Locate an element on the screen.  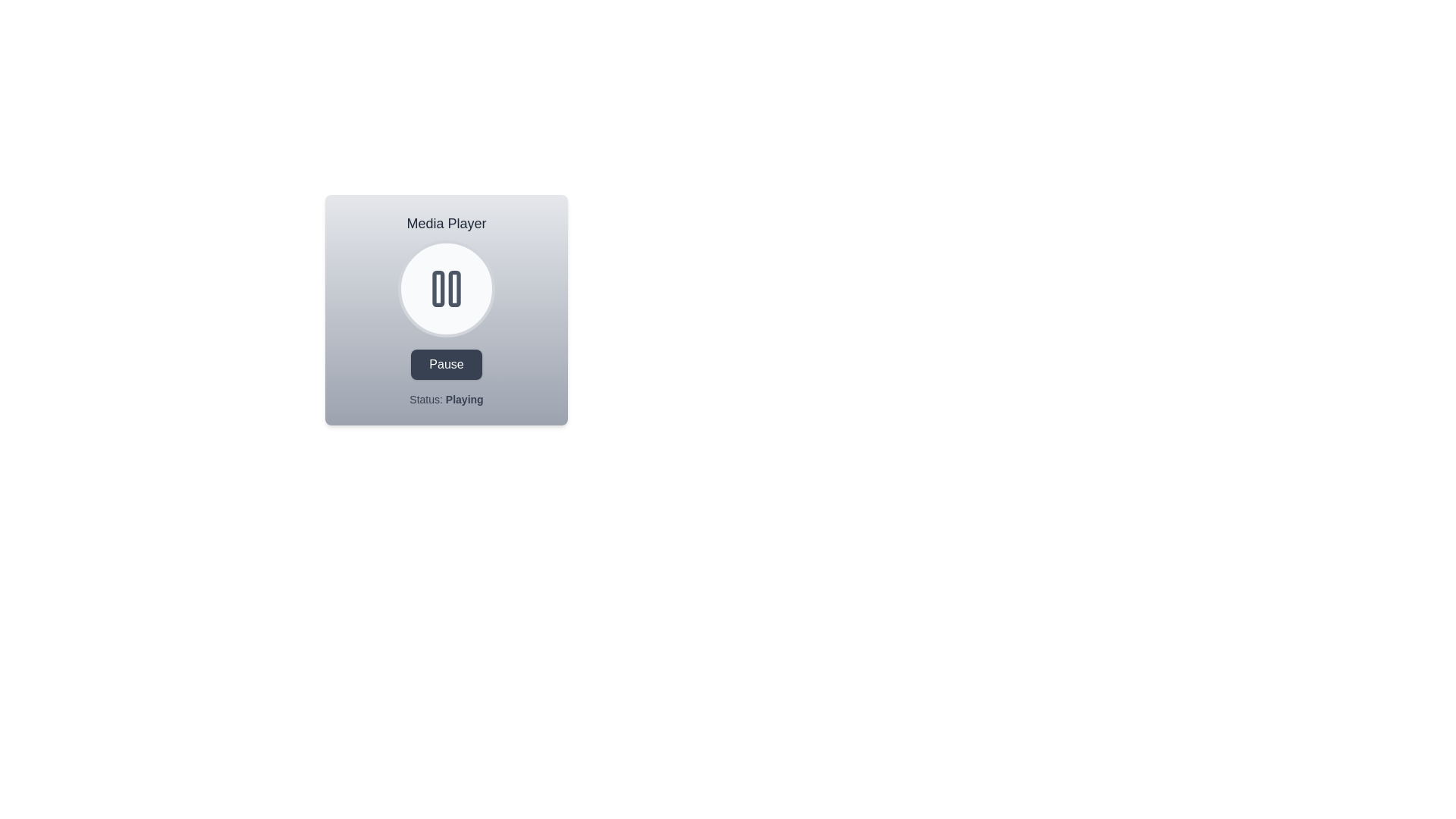
'Pause' button to toggle the play state is located at coordinates (446, 365).